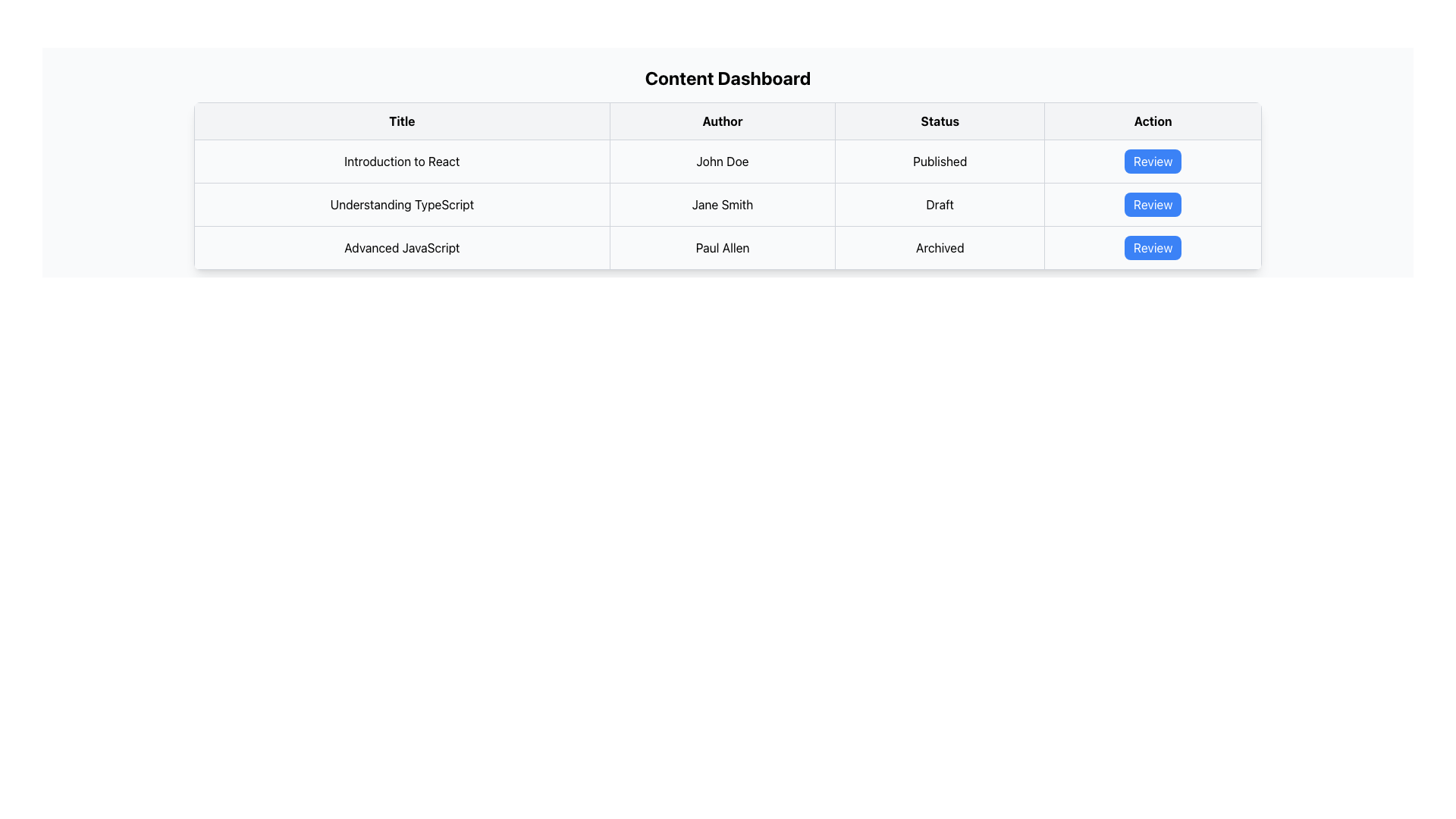  What do you see at coordinates (402, 161) in the screenshot?
I see `text 'Introduction to React' from the table cell displaying it in the first column of the first row` at bounding box center [402, 161].